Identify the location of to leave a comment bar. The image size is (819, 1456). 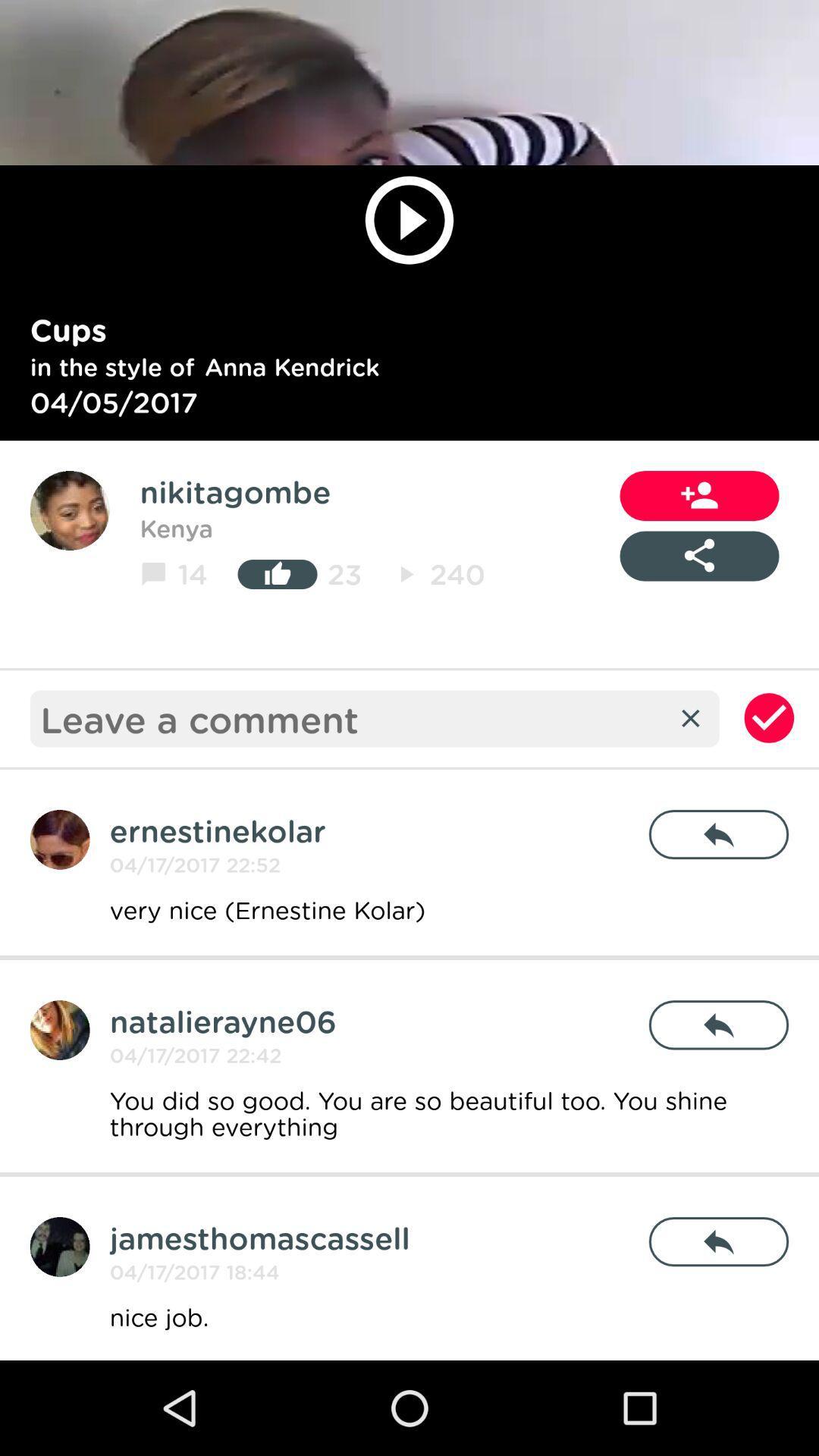
(353, 717).